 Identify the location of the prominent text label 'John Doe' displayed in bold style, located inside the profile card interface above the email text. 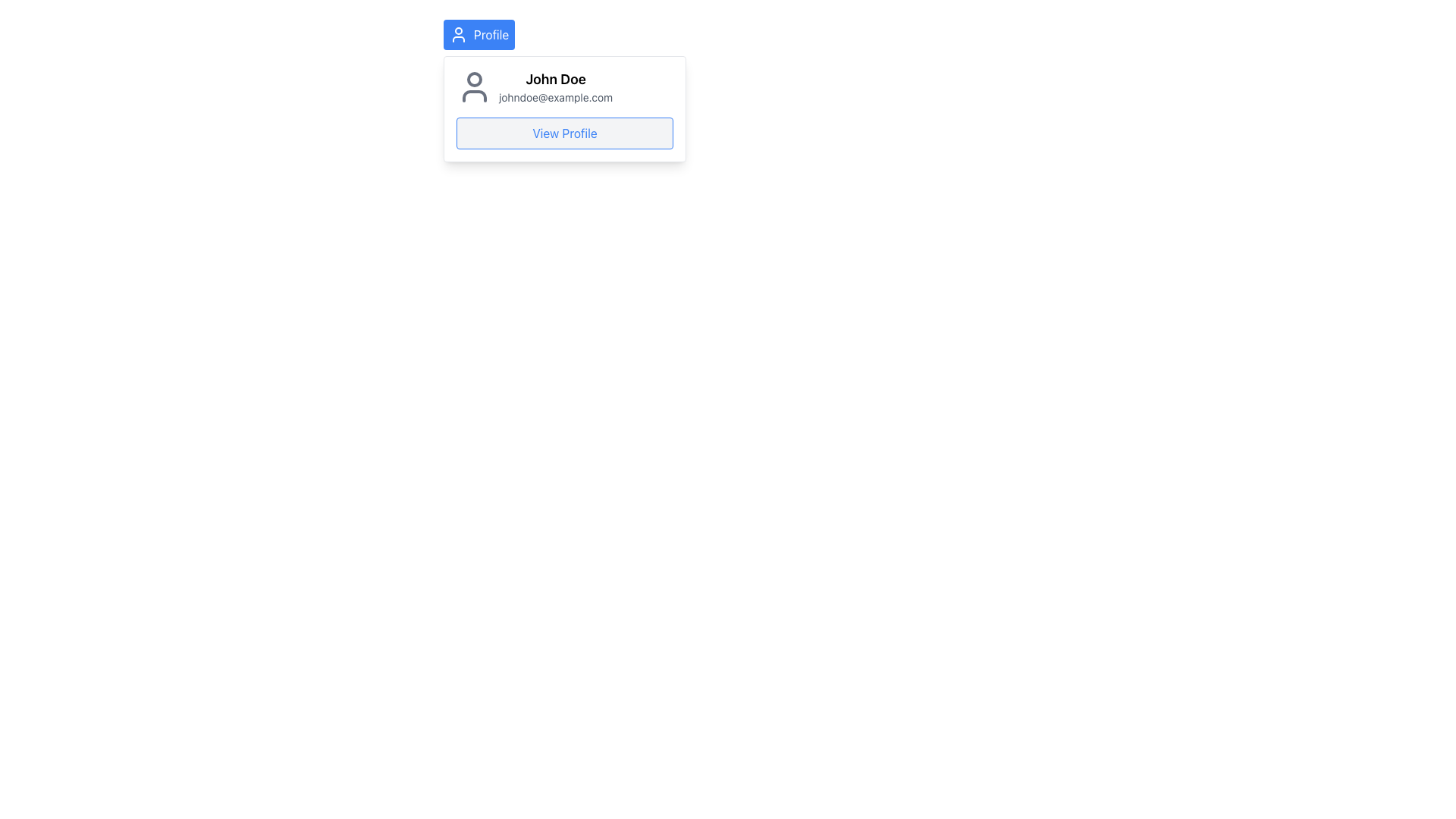
(555, 79).